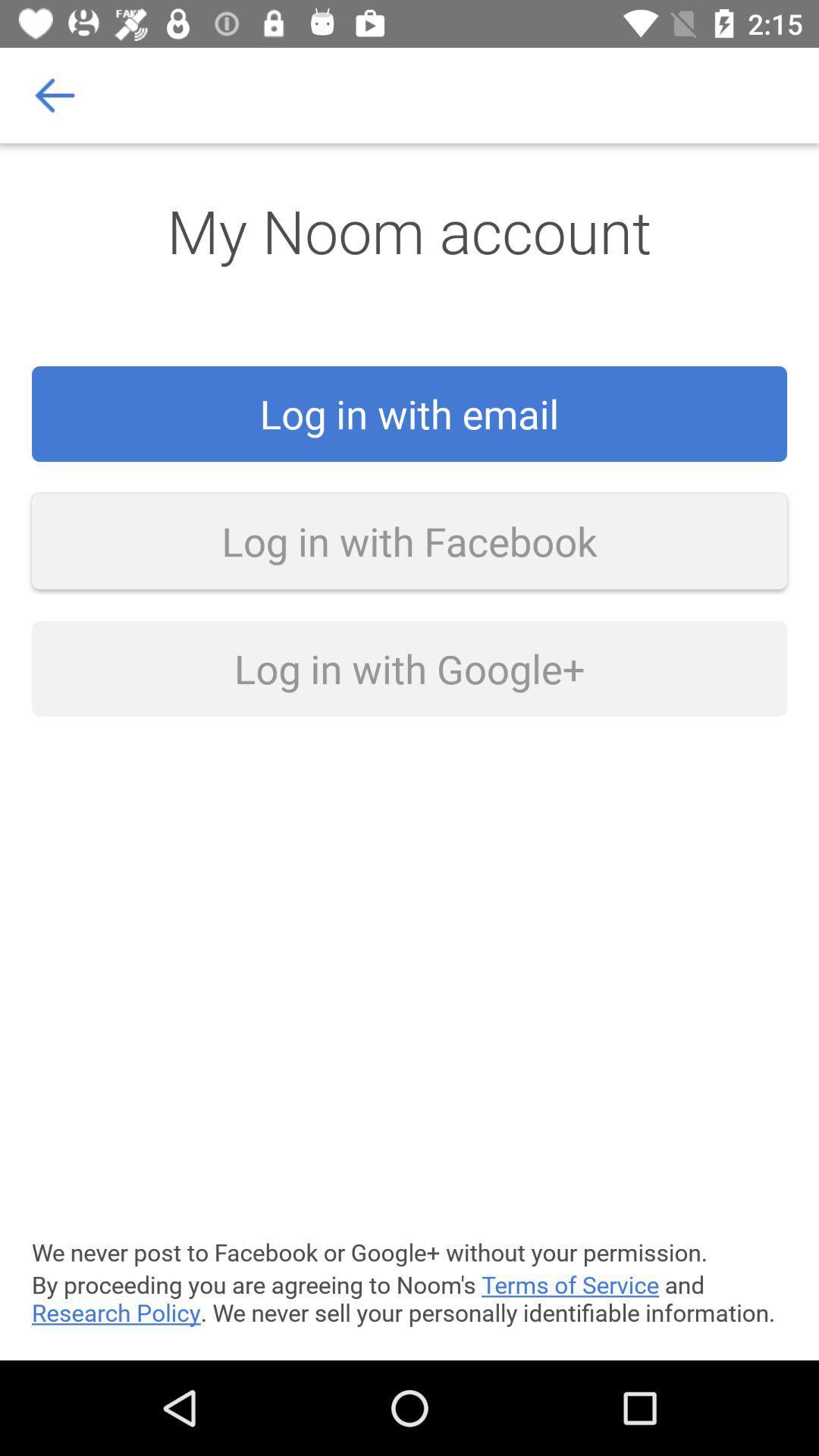 This screenshot has width=819, height=1456. Describe the element at coordinates (55, 94) in the screenshot. I see `item at the top left corner` at that location.